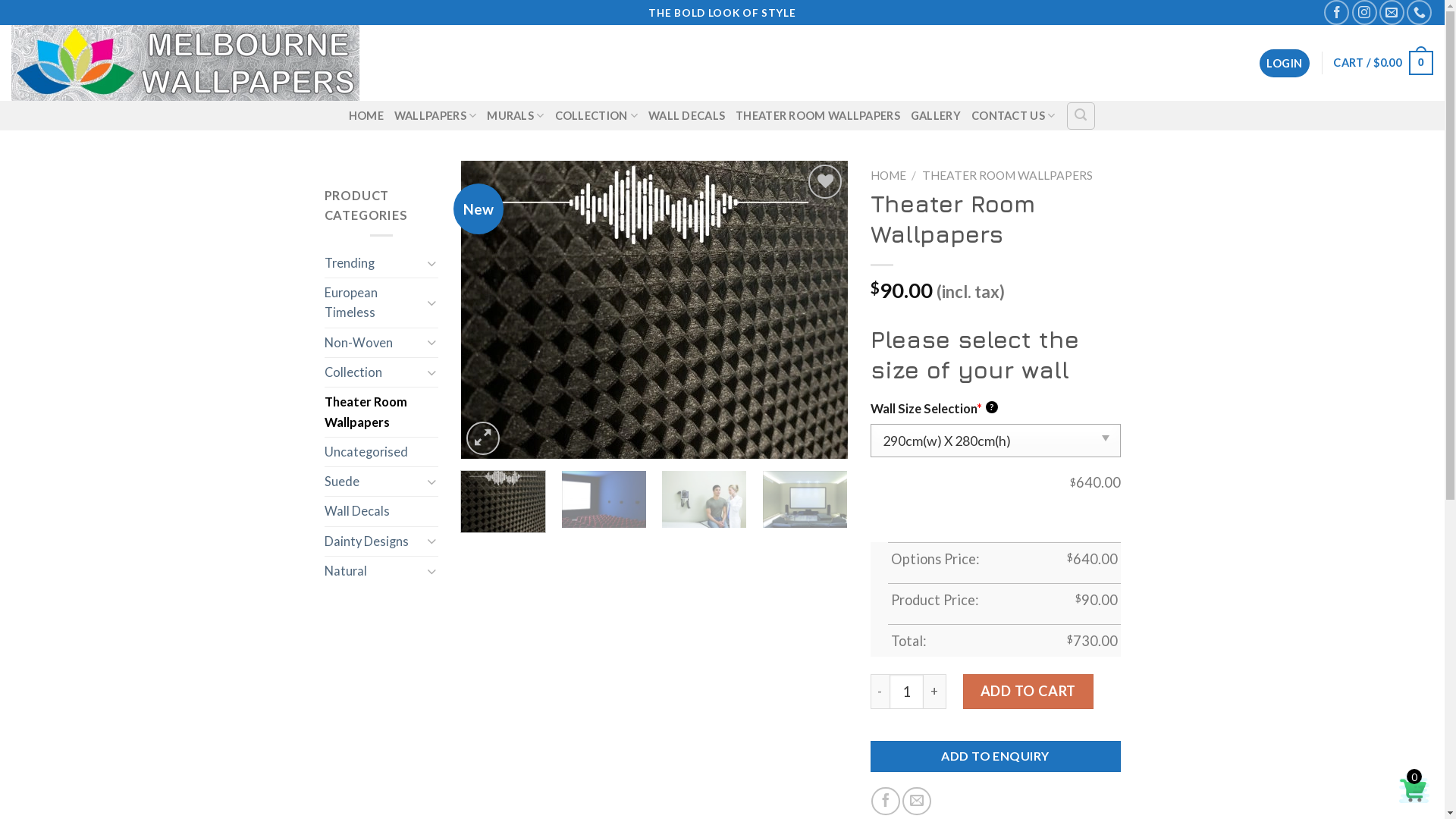 The image size is (1456, 819). I want to click on 'CONTACT US', so click(971, 115).